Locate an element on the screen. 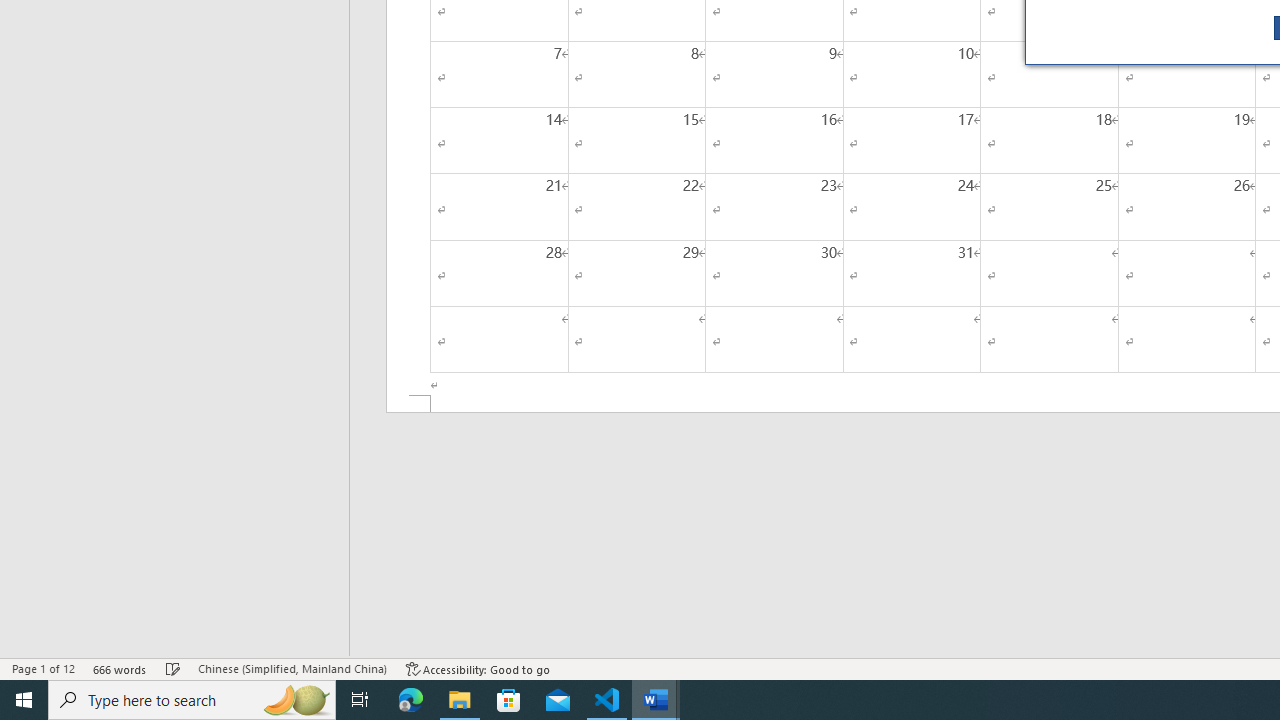 The width and height of the screenshot is (1280, 720). 'Microsoft Store' is located at coordinates (509, 698).